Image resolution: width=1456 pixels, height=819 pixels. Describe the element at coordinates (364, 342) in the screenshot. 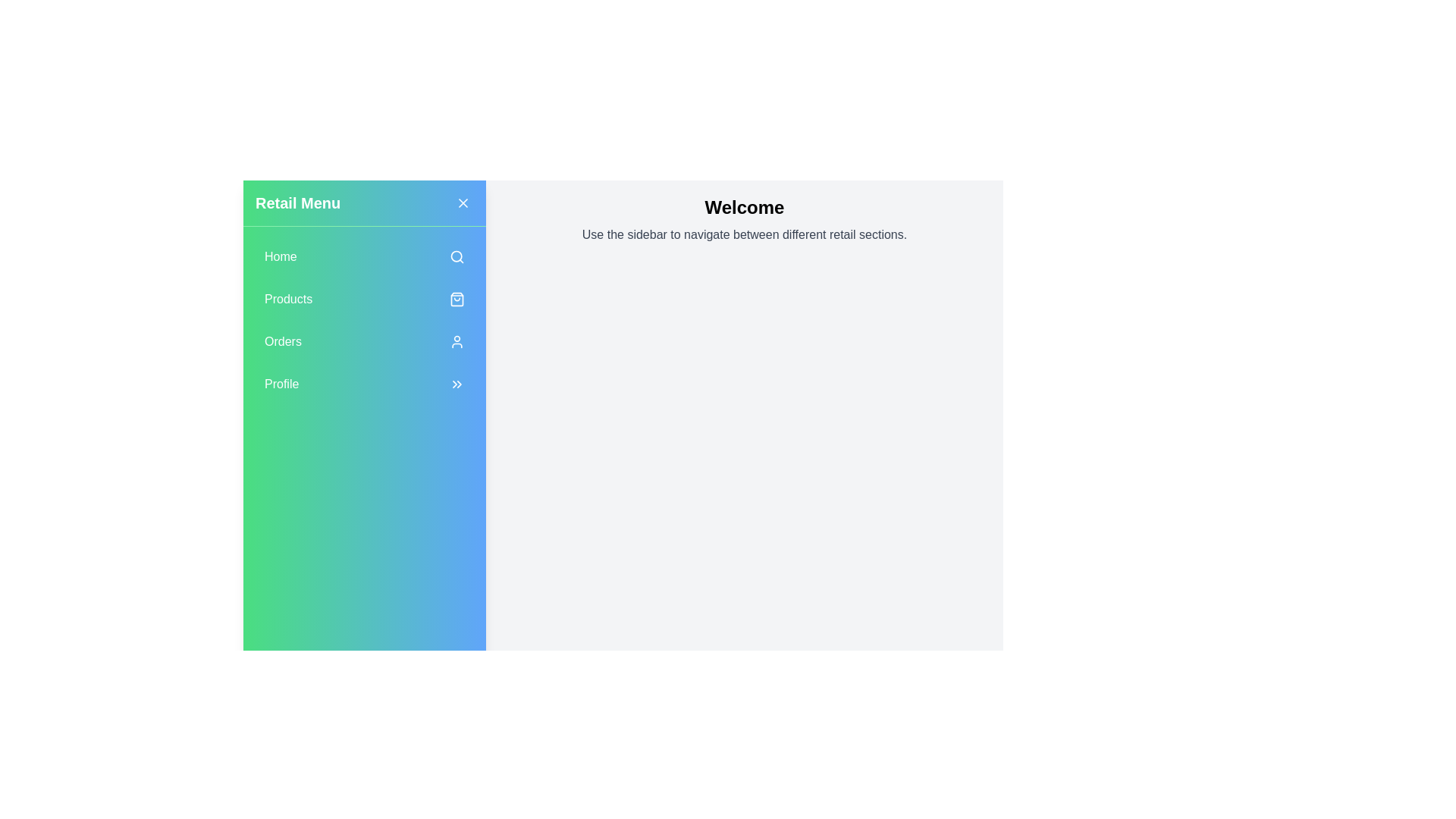

I see `the 'Orders' menu item in the sidebar` at that location.